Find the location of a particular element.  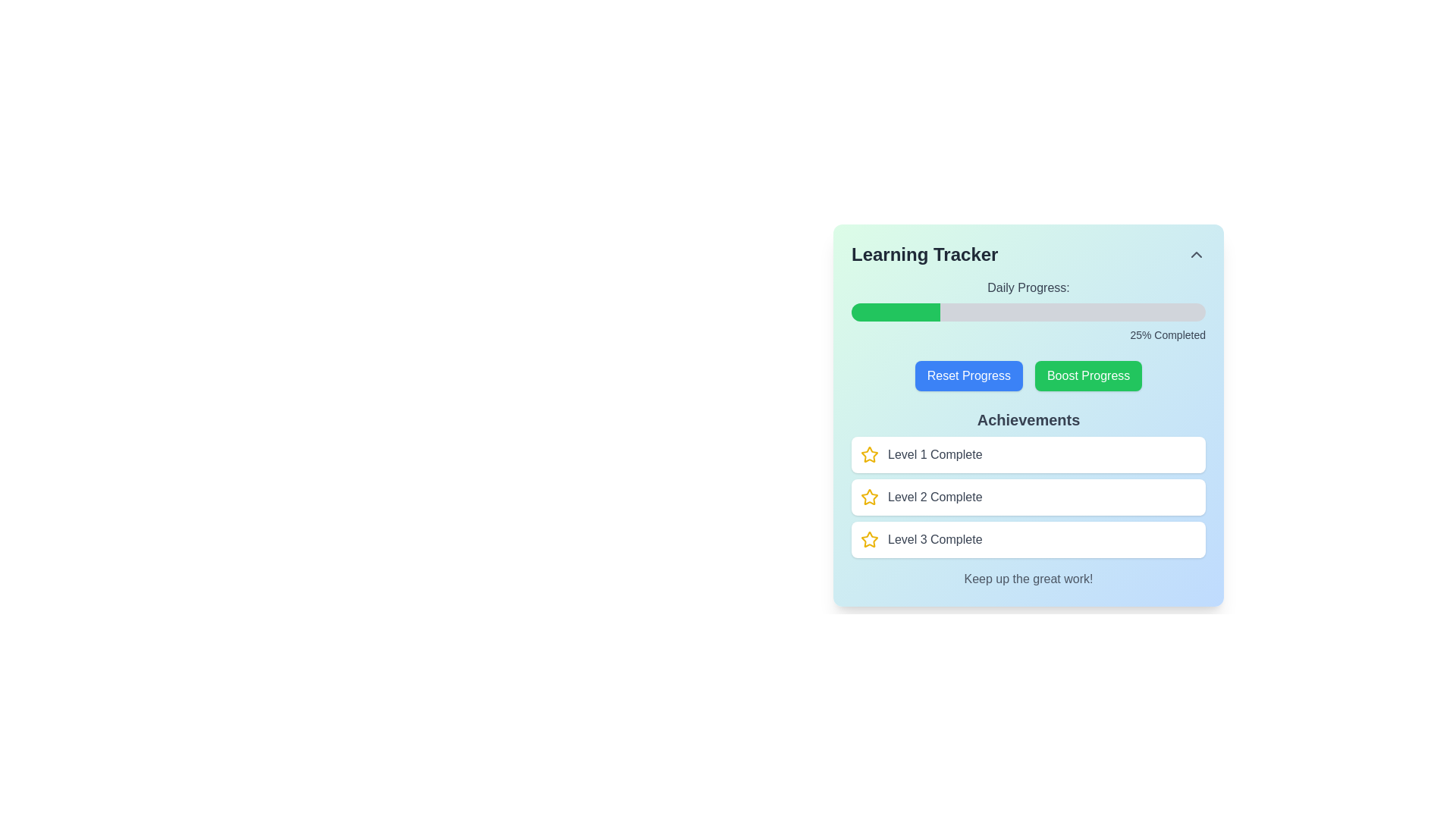

the text label indicating the achievements section, which serves as a heading for the content below is located at coordinates (1028, 420).